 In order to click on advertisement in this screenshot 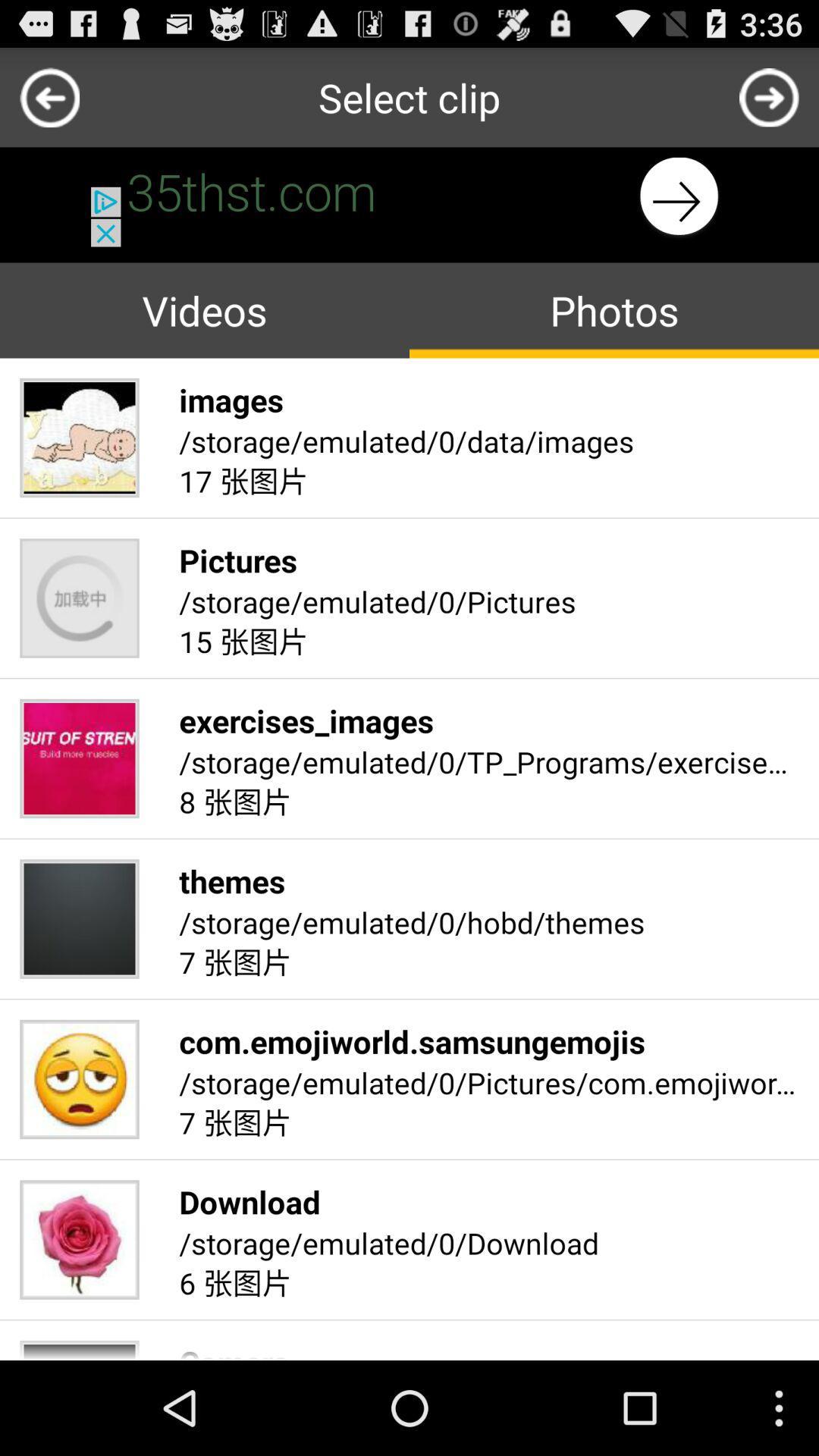, I will do `click(409, 196)`.